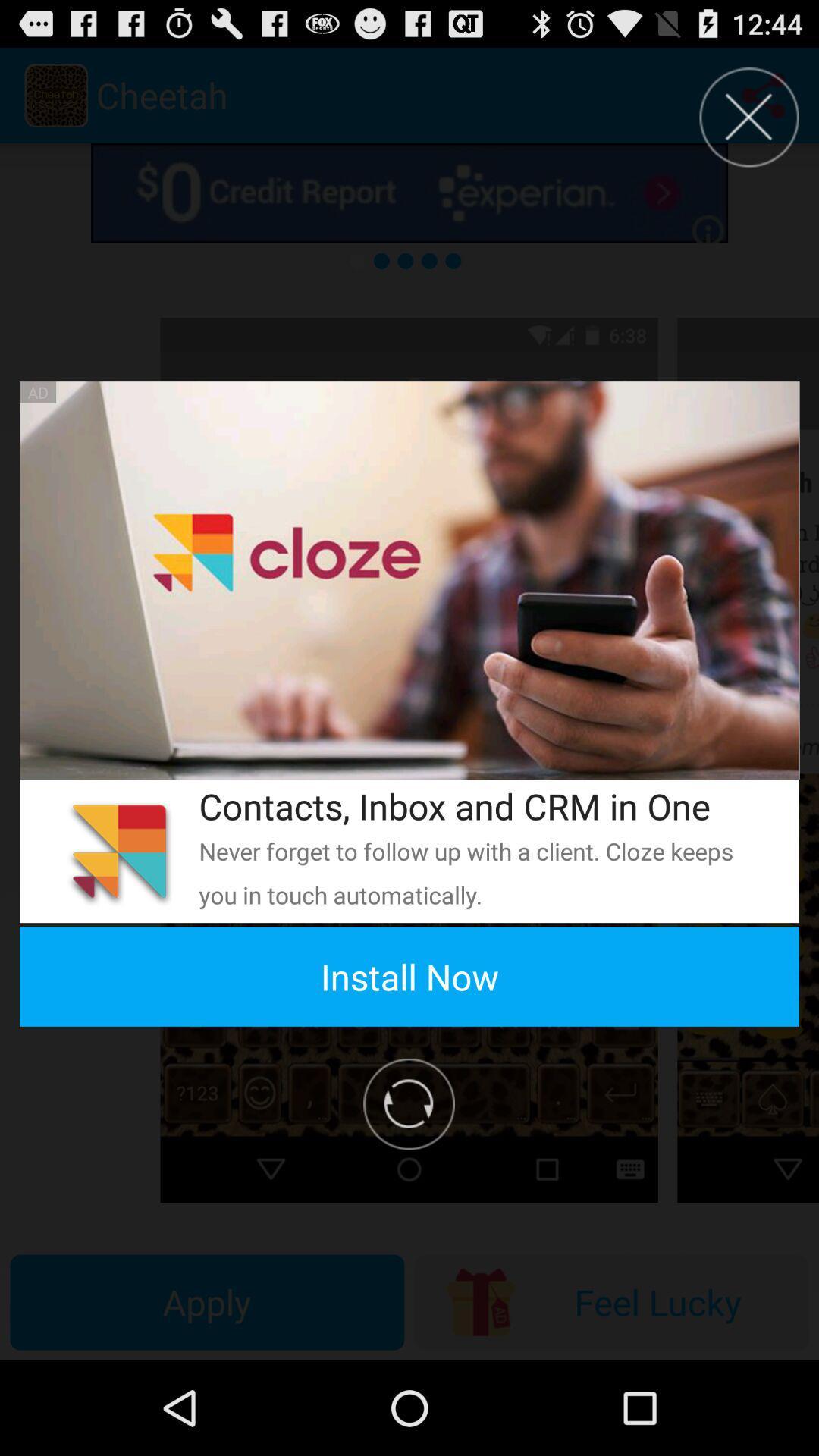 The image size is (819, 1456). Describe the element at coordinates (409, 977) in the screenshot. I see `install now item` at that location.